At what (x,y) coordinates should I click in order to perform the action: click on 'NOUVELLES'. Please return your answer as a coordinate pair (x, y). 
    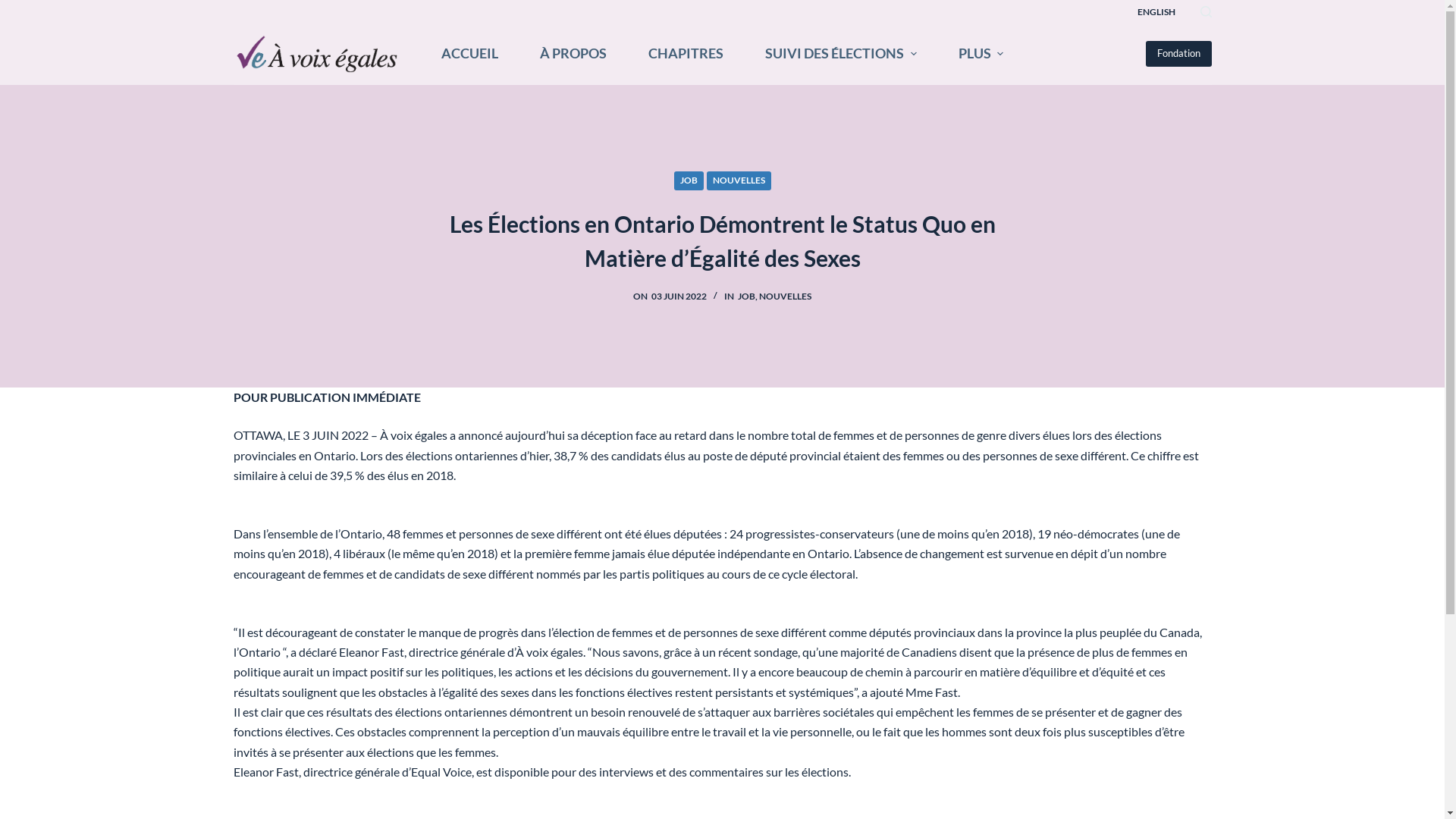
    Looking at the image, I should click on (739, 180).